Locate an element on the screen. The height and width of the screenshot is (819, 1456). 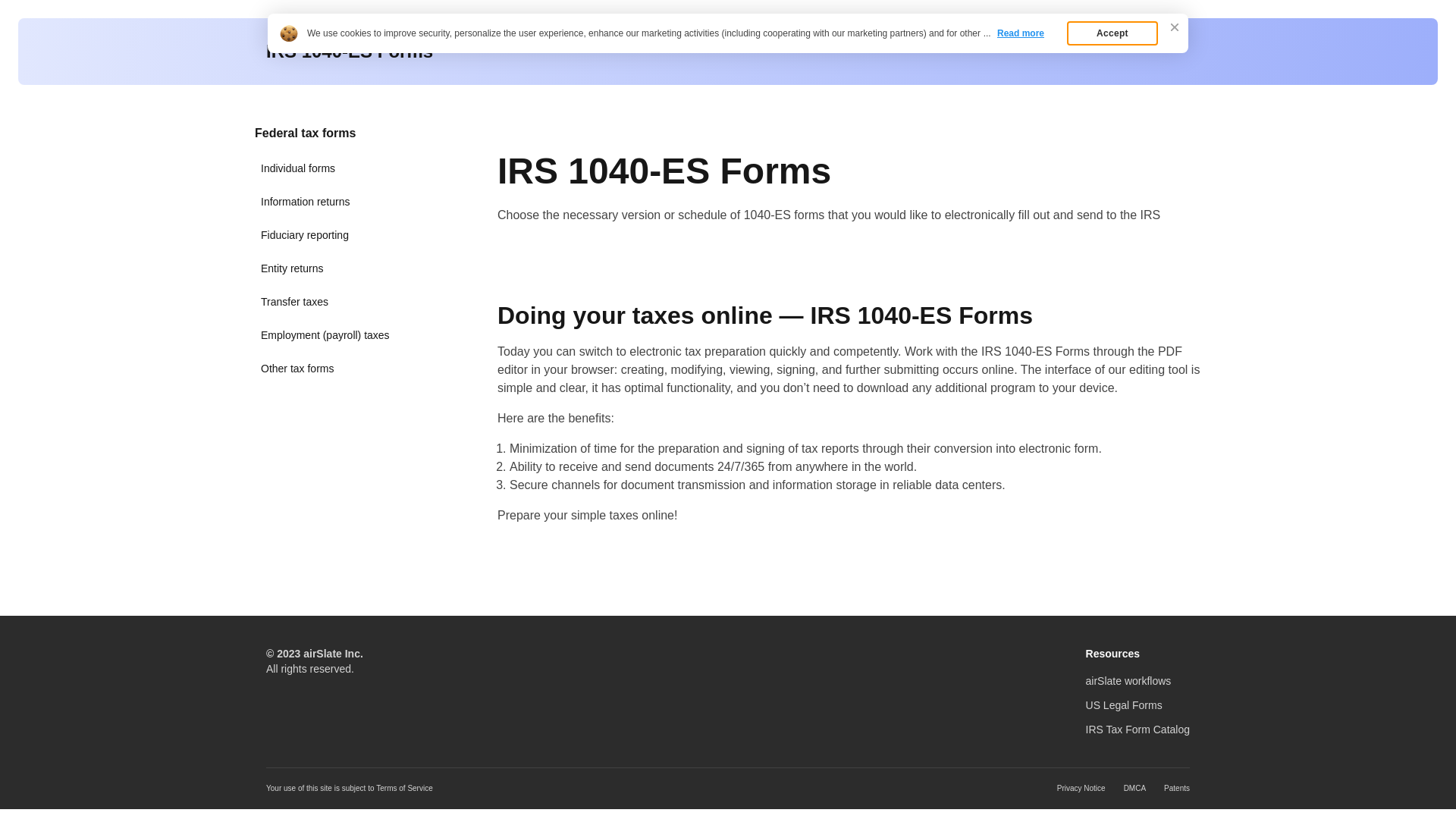
'IRS Tax Form Catalog' is located at coordinates (1137, 728).